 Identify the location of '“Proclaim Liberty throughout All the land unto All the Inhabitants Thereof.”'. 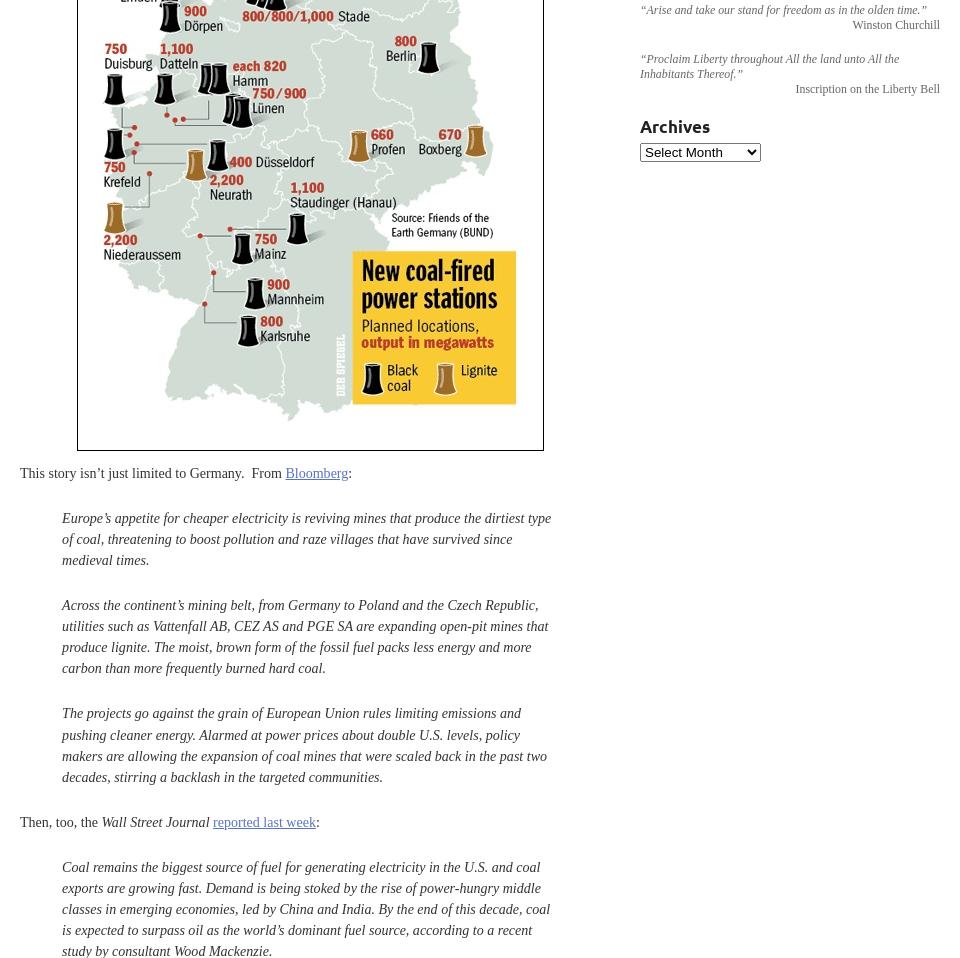
(639, 64).